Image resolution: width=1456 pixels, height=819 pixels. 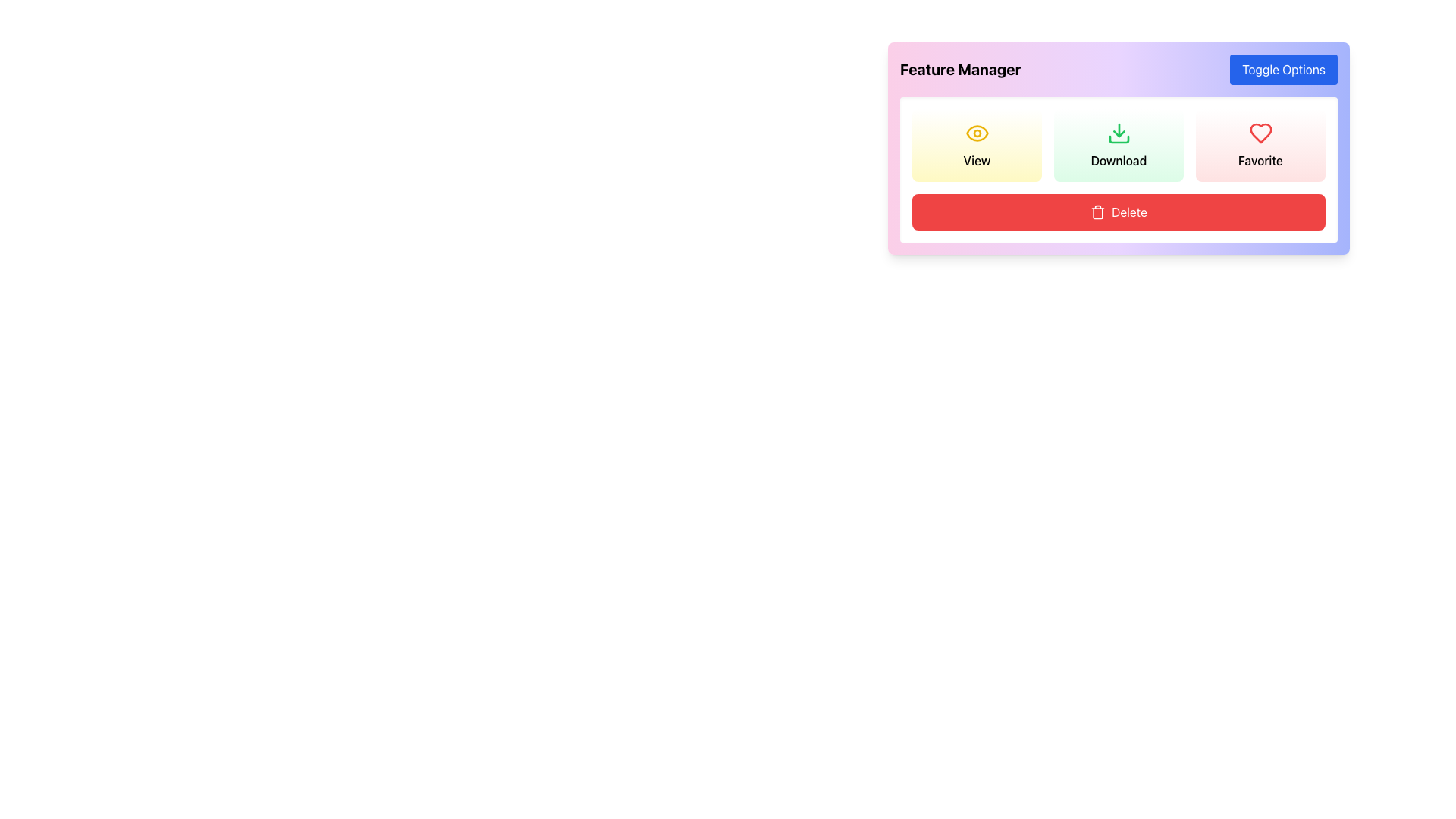 I want to click on the trash icon located within the 'Delete' button, which visually indicates its functionality to delete an item, so click(x=1098, y=212).